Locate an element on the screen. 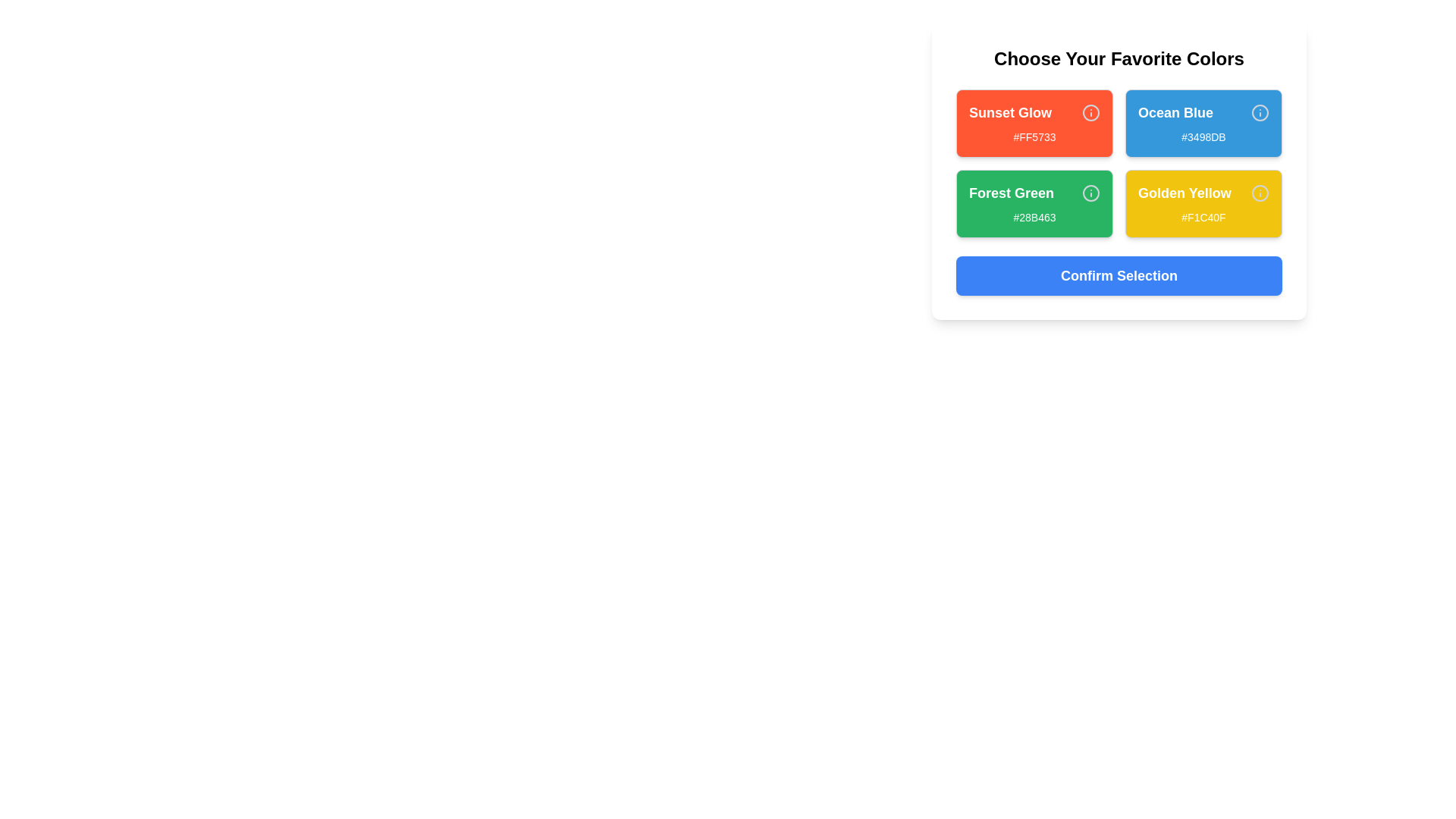 Image resolution: width=1456 pixels, height=819 pixels. the color card labeled Ocean Blue is located at coordinates (1203, 122).